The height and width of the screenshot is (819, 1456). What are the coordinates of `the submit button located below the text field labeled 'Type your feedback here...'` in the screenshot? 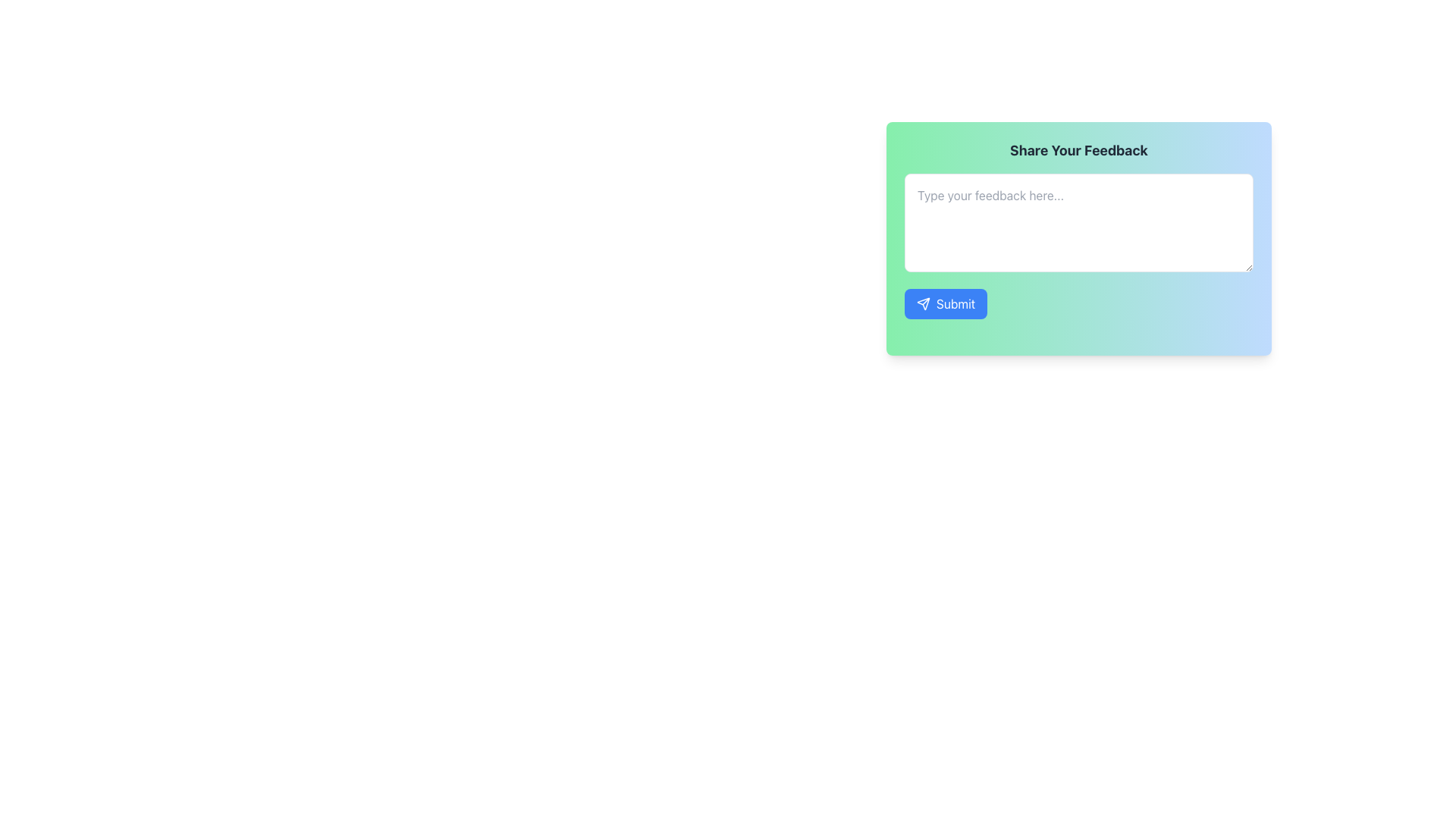 It's located at (945, 304).